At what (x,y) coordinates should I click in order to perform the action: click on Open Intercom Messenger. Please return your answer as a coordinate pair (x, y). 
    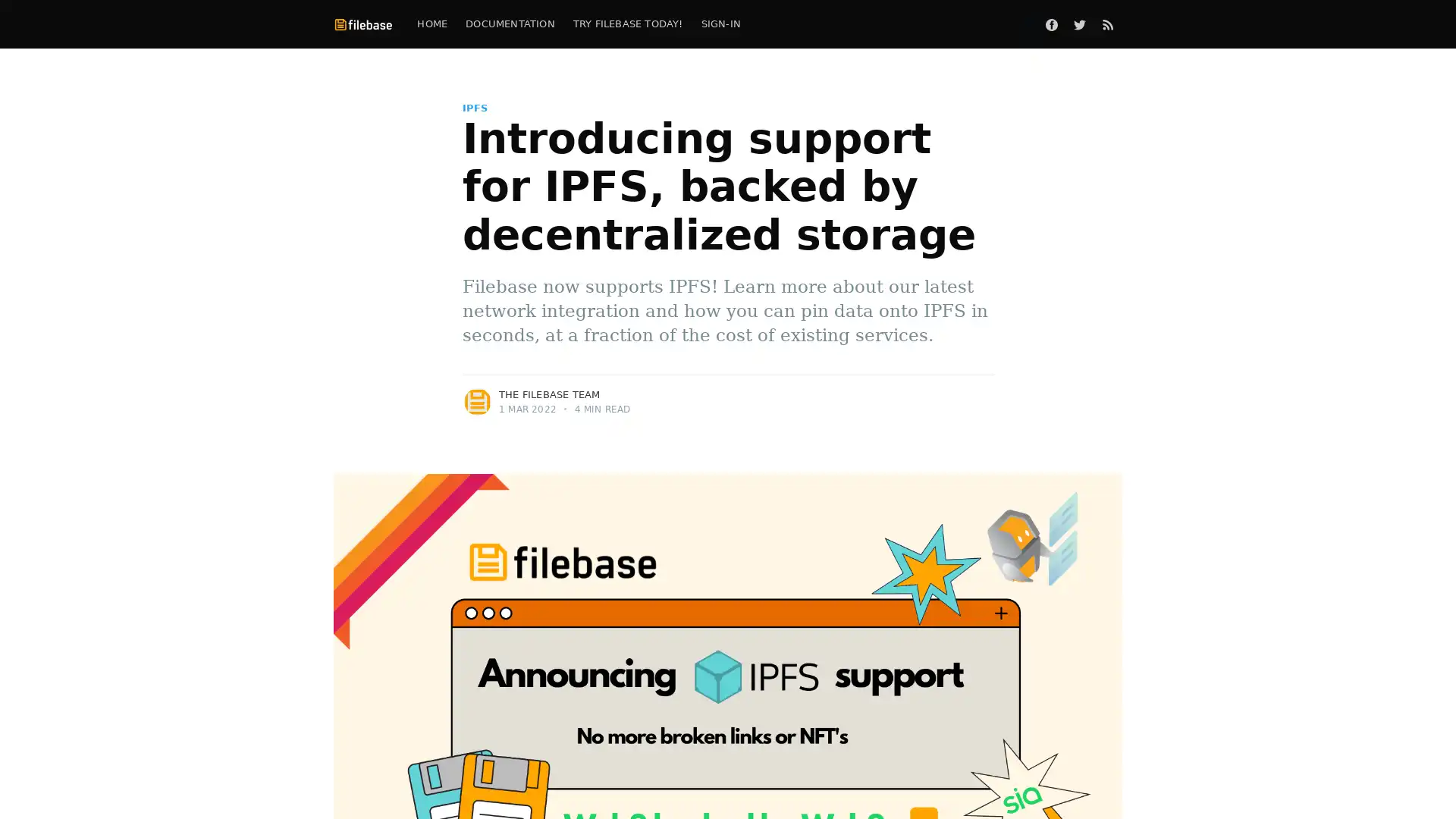
    Looking at the image, I should click on (1417, 780).